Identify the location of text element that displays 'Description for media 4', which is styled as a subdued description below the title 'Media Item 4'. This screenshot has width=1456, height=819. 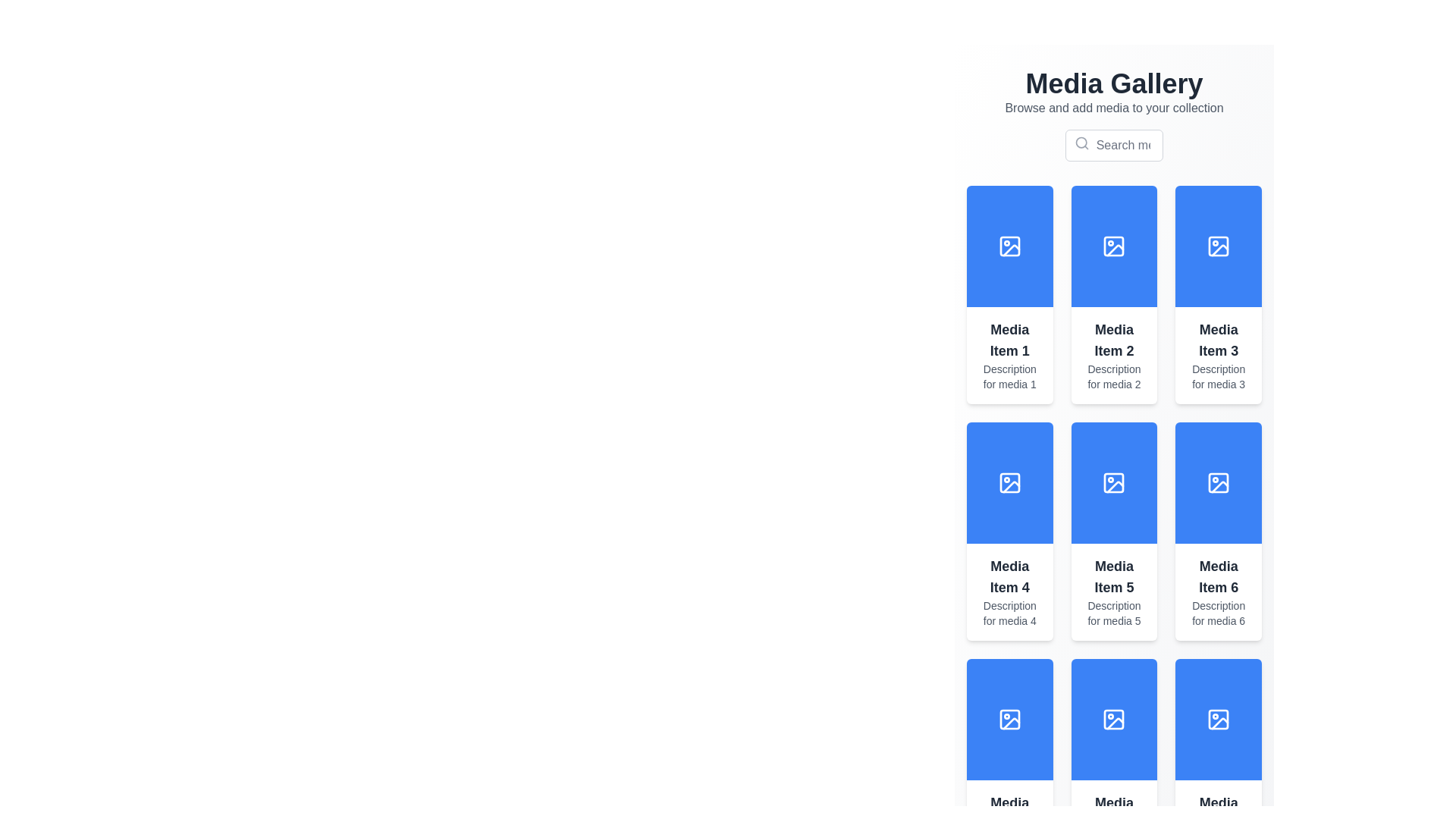
(1009, 613).